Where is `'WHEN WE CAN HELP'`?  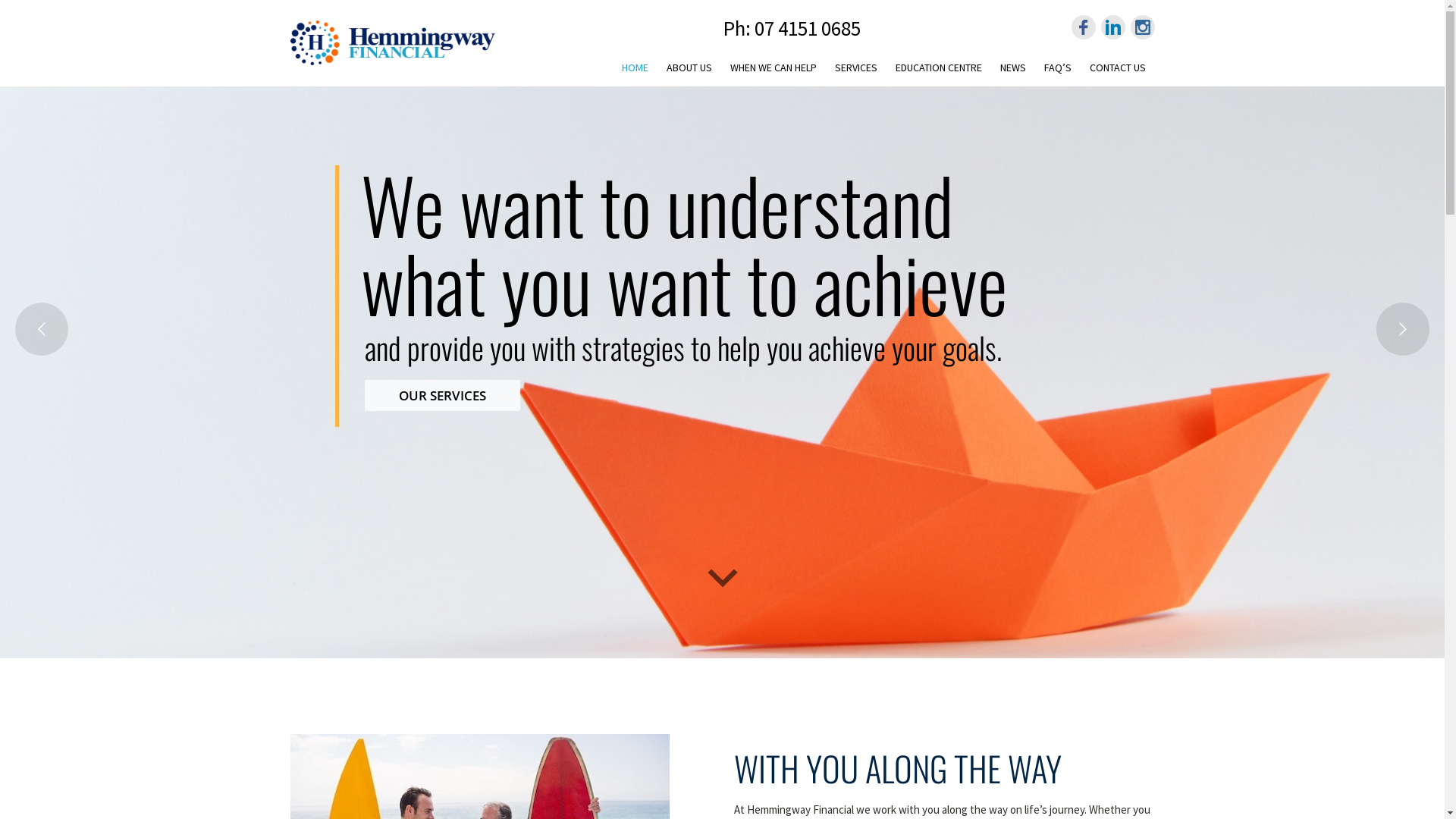
'WHEN WE CAN HELP' is located at coordinates (772, 64).